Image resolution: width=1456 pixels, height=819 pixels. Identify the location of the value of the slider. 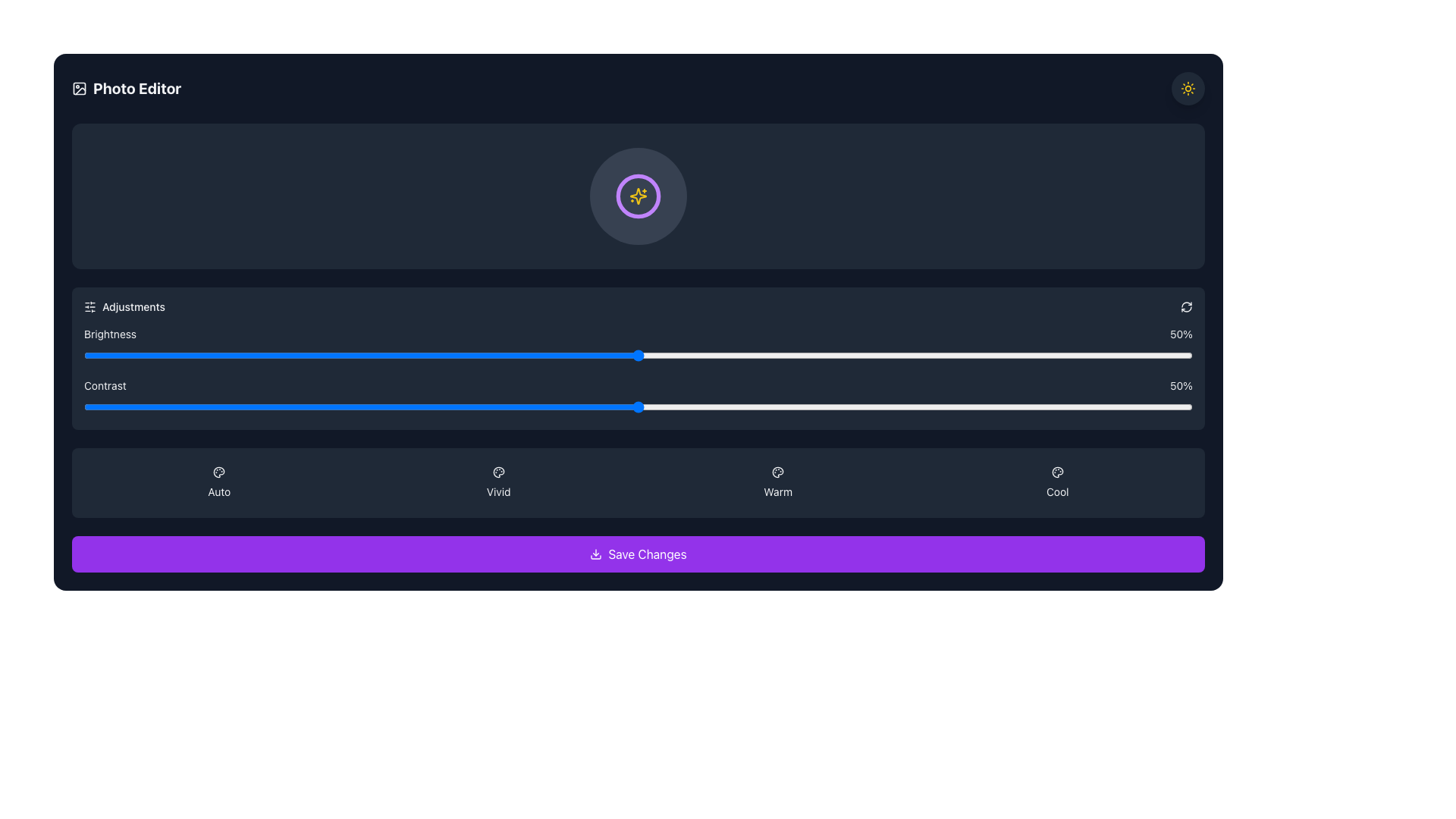
(471, 406).